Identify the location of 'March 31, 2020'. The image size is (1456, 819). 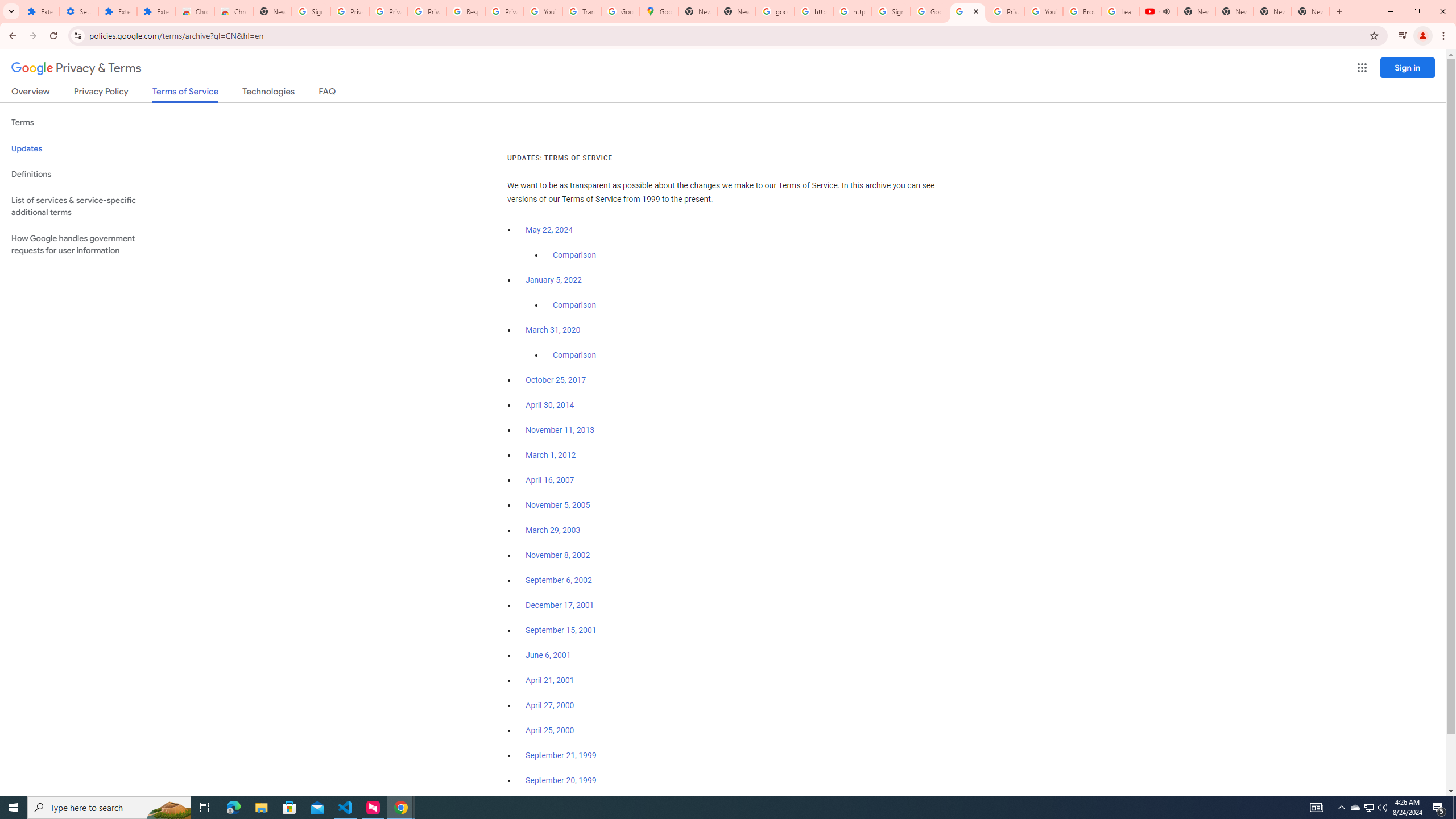
(552, 330).